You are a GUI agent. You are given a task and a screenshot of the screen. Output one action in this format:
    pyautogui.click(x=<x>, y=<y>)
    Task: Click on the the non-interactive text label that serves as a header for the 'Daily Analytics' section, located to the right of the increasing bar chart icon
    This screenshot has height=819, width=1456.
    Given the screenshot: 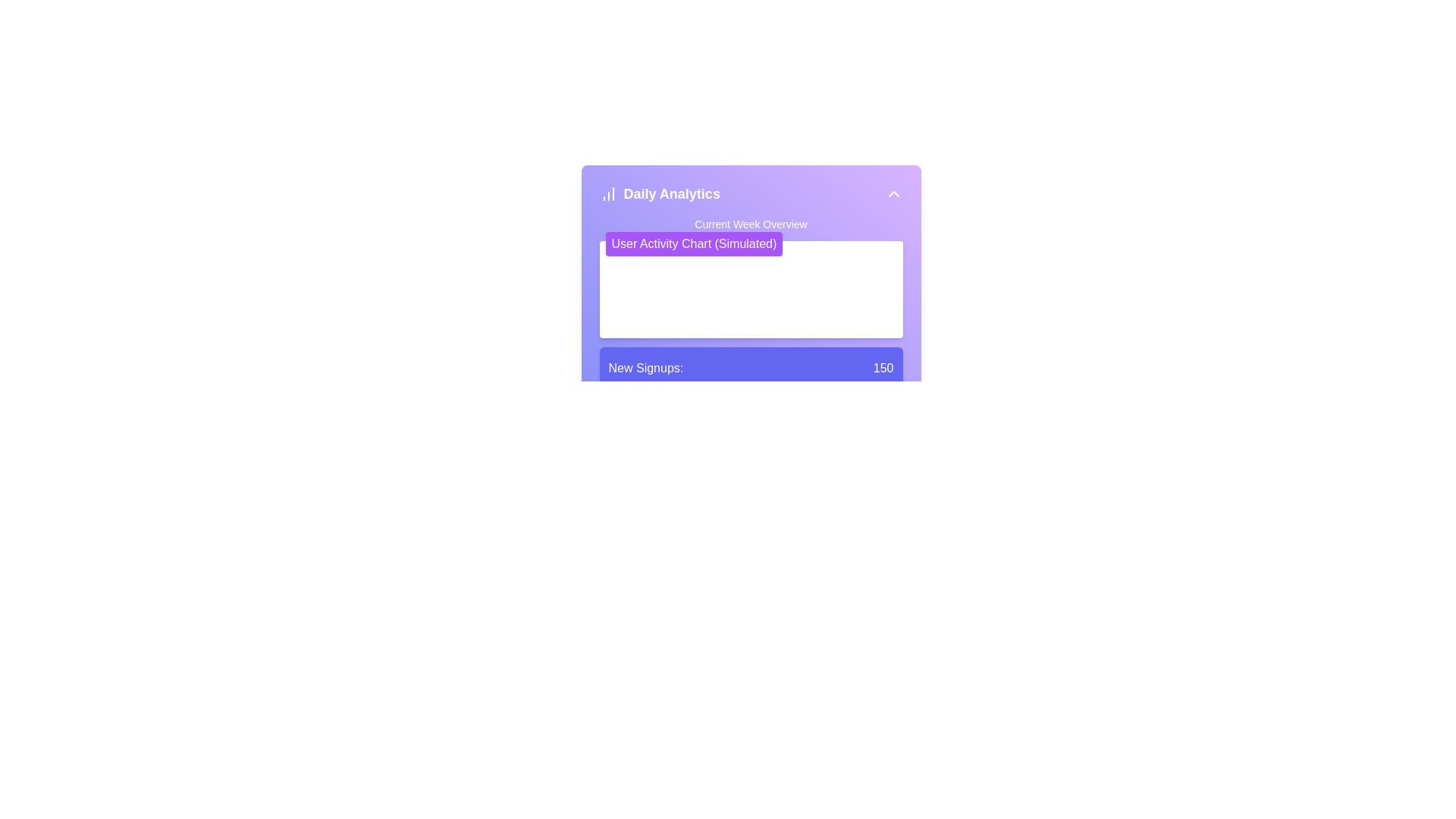 What is the action you would take?
    pyautogui.click(x=671, y=193)
    